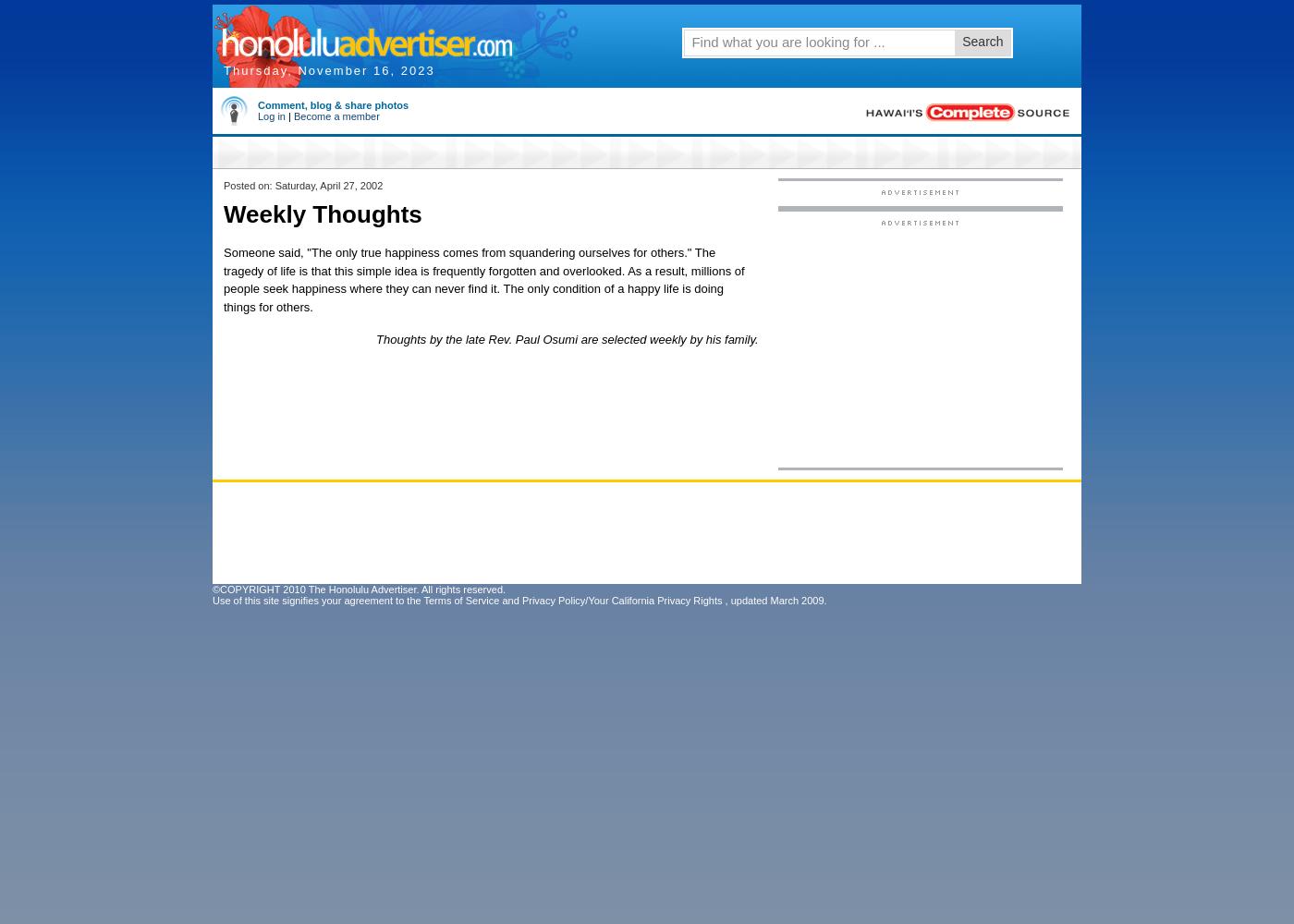  Describe the element at coordinates (317, 601) in the screenshot. I see `'Use of this site signifies your agreement to the'` at that location.